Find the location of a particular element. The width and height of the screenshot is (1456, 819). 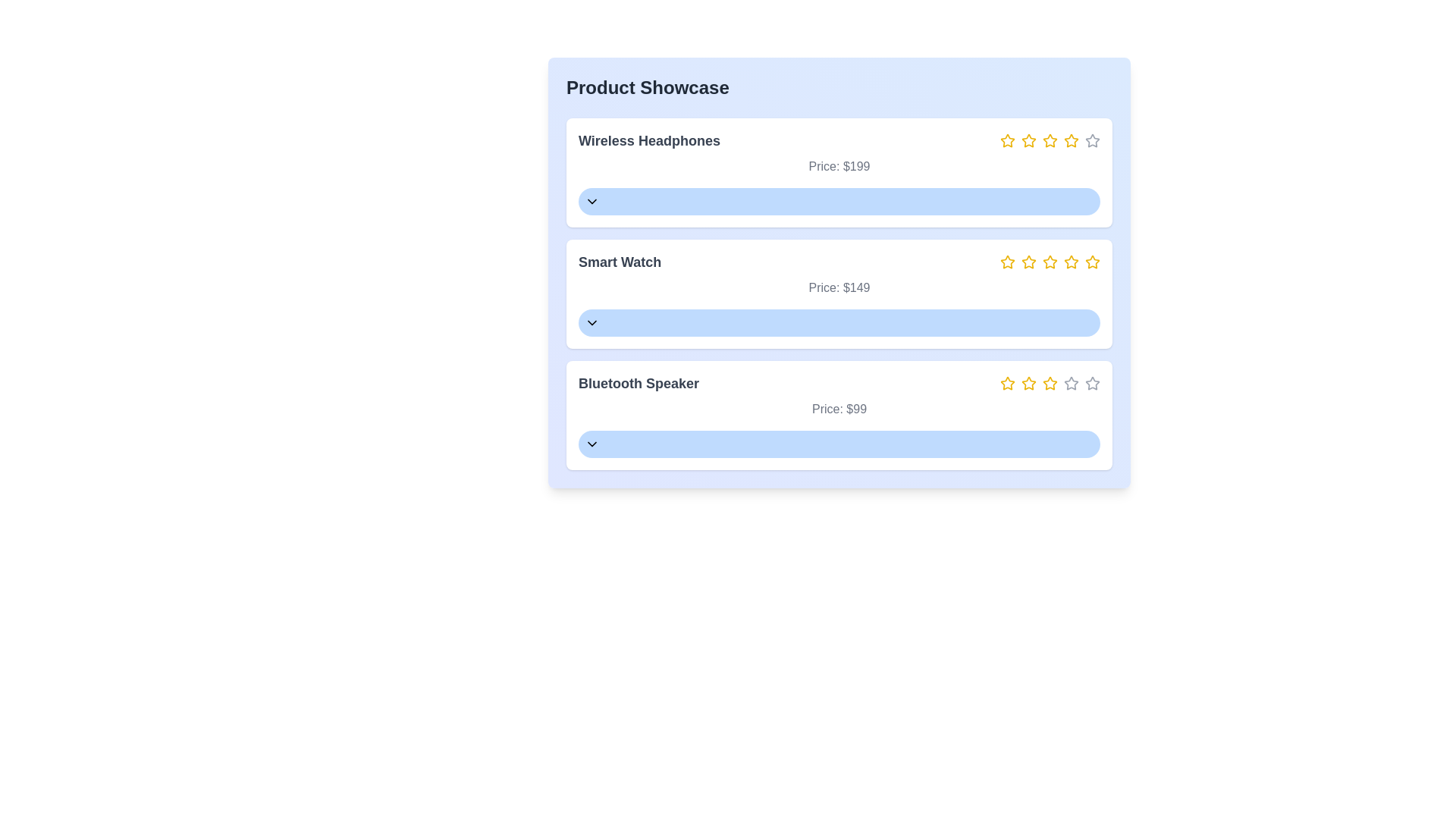

the fourth star icon in the rating row for the product 'Bluetooth Speaker' is located at coordinates (1070, 382).